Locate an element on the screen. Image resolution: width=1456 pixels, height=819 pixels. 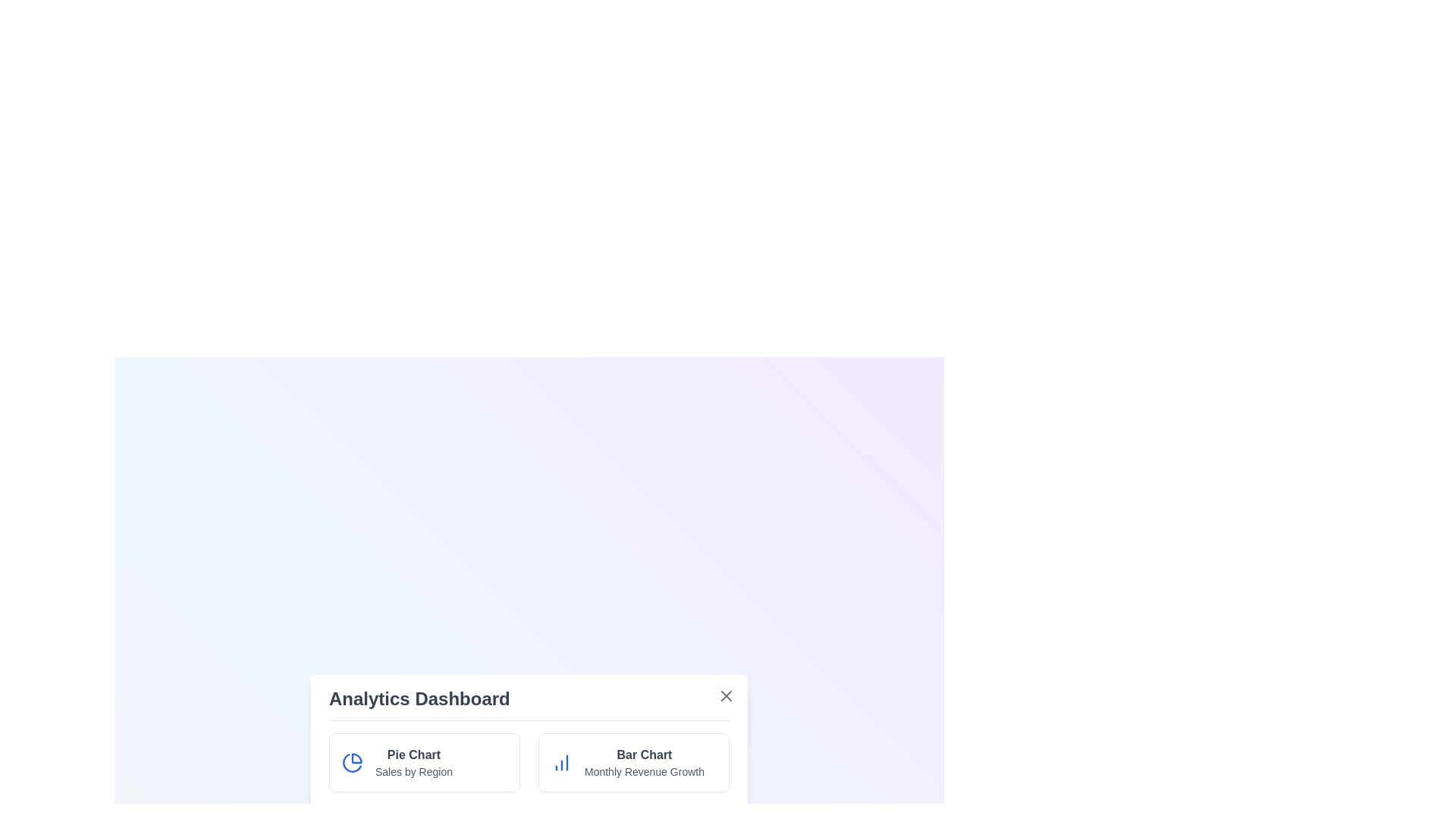
the Pie Chart section to interact with it is located at coordinates (425, 762).